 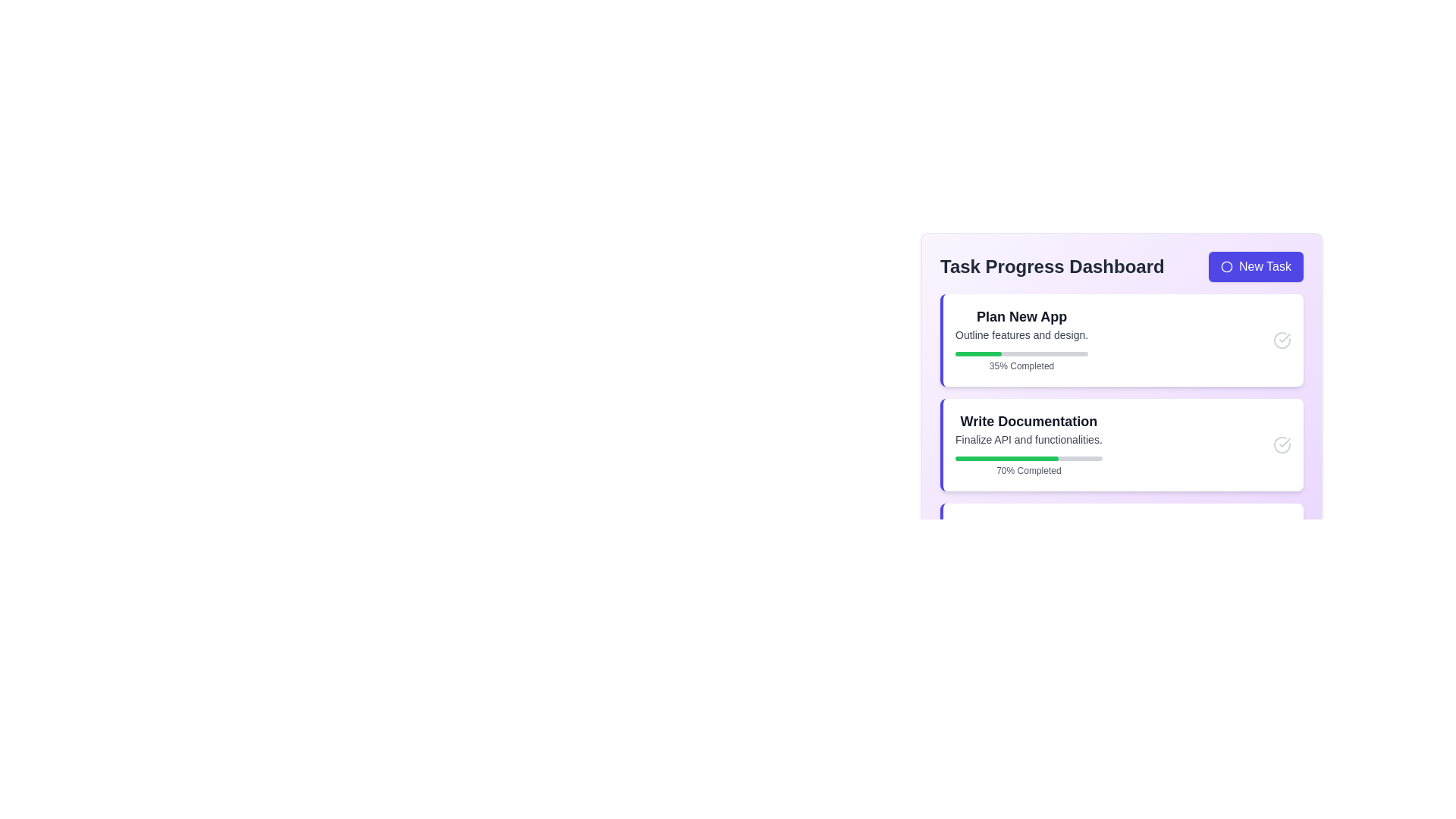 What do you see at coordinates (1006, 458) in the screenshot?
I see `the green foreground portion of the progress bar indicating 70% completion for the 'Write Documentation' task under the 'Plan New App' task card in the Task Progress Dashboard` at bounding box center [1006, 458].